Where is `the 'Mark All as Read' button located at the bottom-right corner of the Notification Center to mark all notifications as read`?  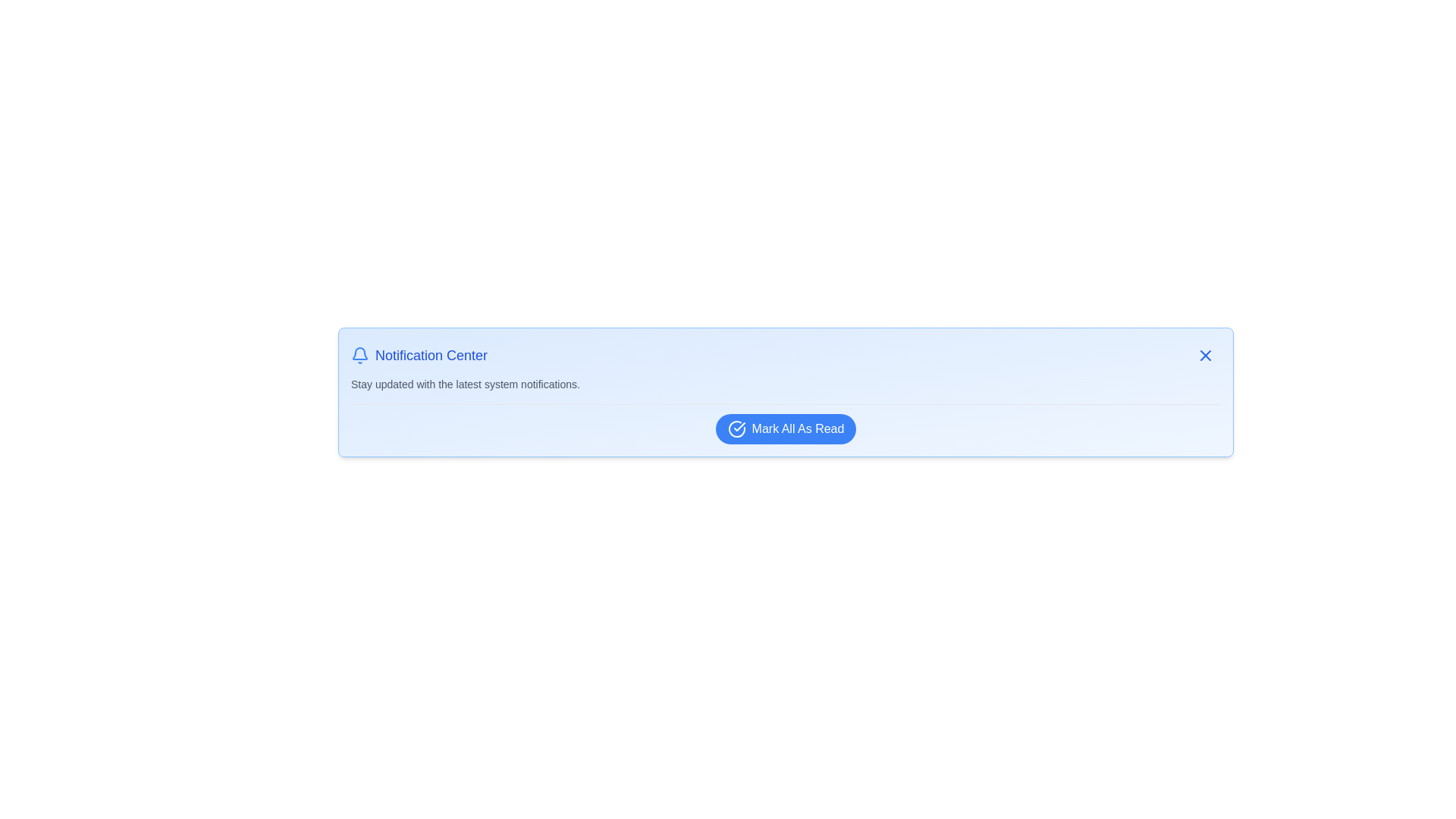 the 'Mark All as Read' button located at the bottom-right corner of the Notification Center to mark all notifications as read is located at coordinates (786, 429).